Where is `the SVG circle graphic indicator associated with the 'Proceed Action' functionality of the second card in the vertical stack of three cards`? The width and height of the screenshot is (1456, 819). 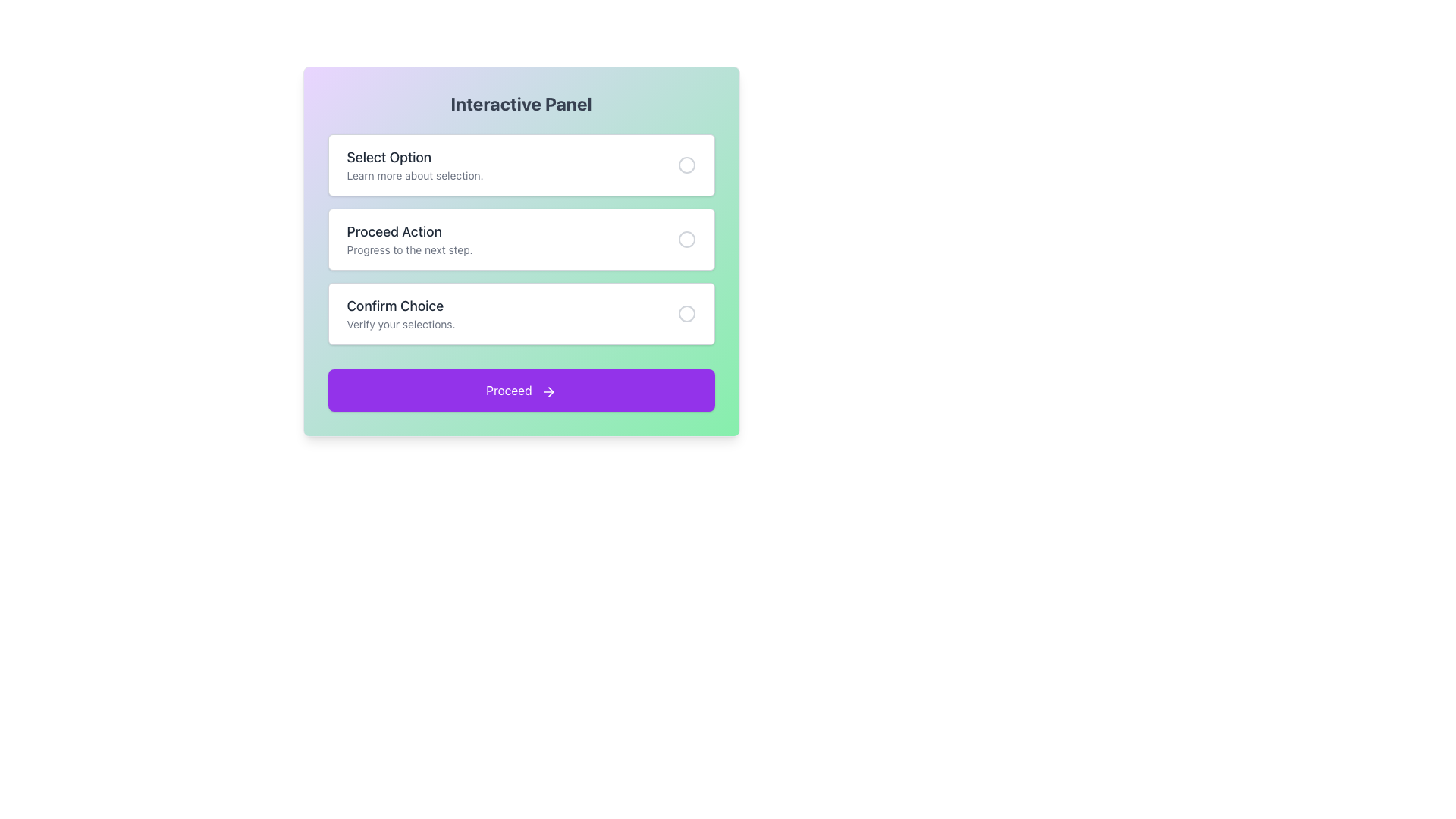 the SVG circle graphic indicator associated with the 'Proceed Action' functionality of the second card in the vertical stack of three cards is located at coordinates (686, 239).